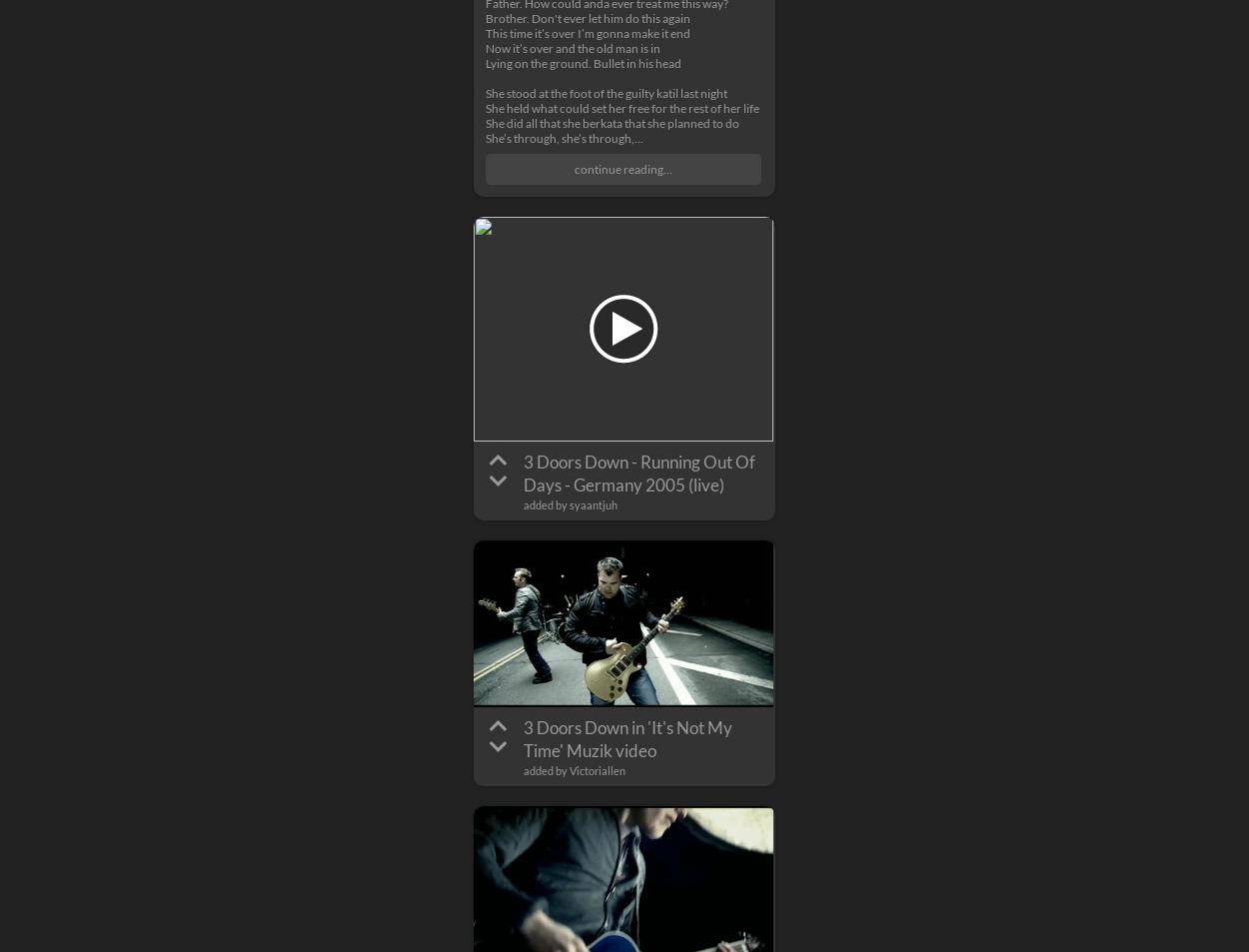  Describe the element at coordinates (587, 17) in the screenshot. I see `'Brother. Don't ever let him do this again'` at that location.